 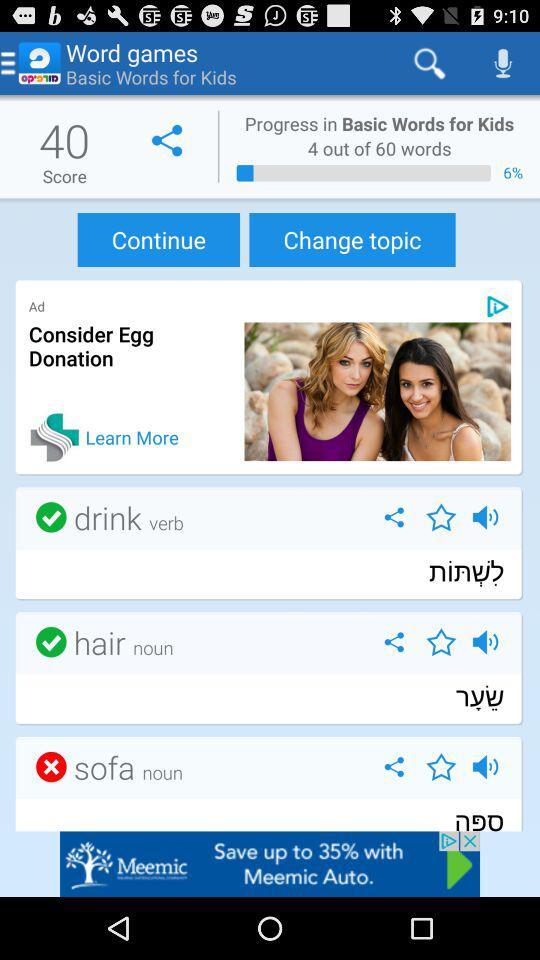 What do you see at coordinates (270, 863) in the screenshot?
I see `open advertisement` at bounding box center [270, 863].